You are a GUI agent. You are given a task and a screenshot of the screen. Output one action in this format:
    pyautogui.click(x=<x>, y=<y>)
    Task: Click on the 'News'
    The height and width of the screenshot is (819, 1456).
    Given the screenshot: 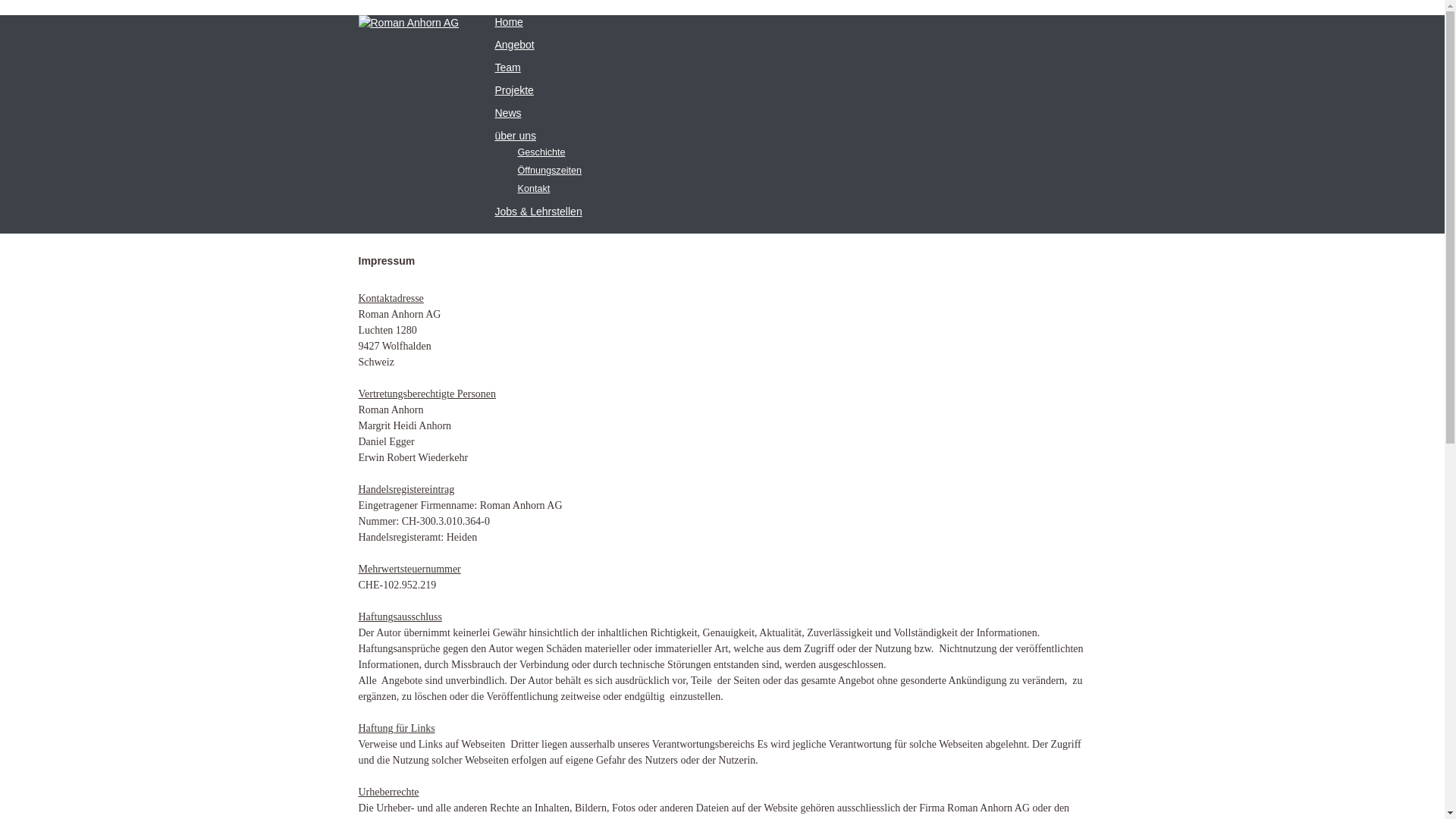 What is the action you would take?
    pyautogui.click(x=507, y=112)
    